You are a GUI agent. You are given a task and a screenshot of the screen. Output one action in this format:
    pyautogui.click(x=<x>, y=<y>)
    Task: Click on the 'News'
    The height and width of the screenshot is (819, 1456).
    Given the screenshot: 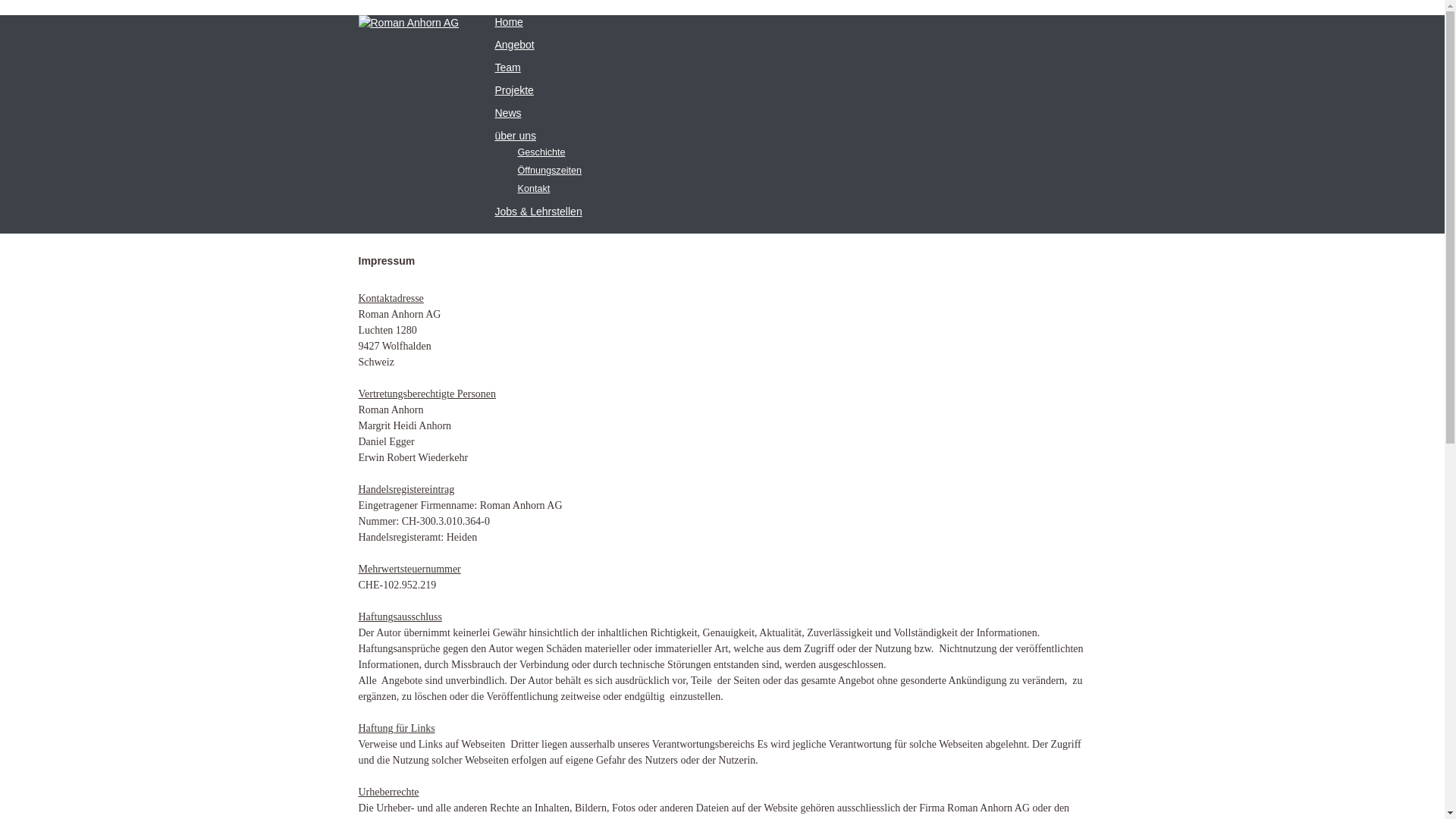 What is the action you would take?
    pyautogui.click(x=507, y=112)
    